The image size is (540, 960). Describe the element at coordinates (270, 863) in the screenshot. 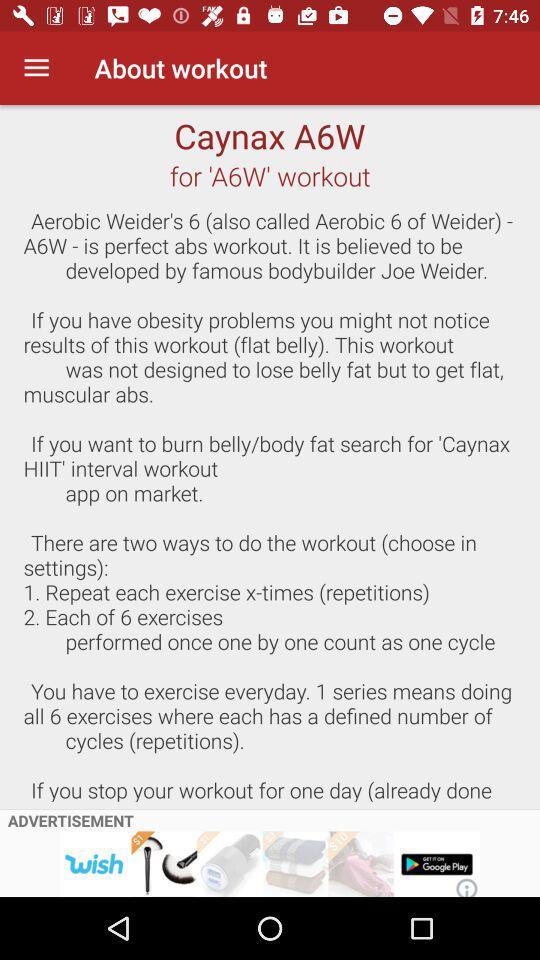

I see `voew advertisement` at that location.